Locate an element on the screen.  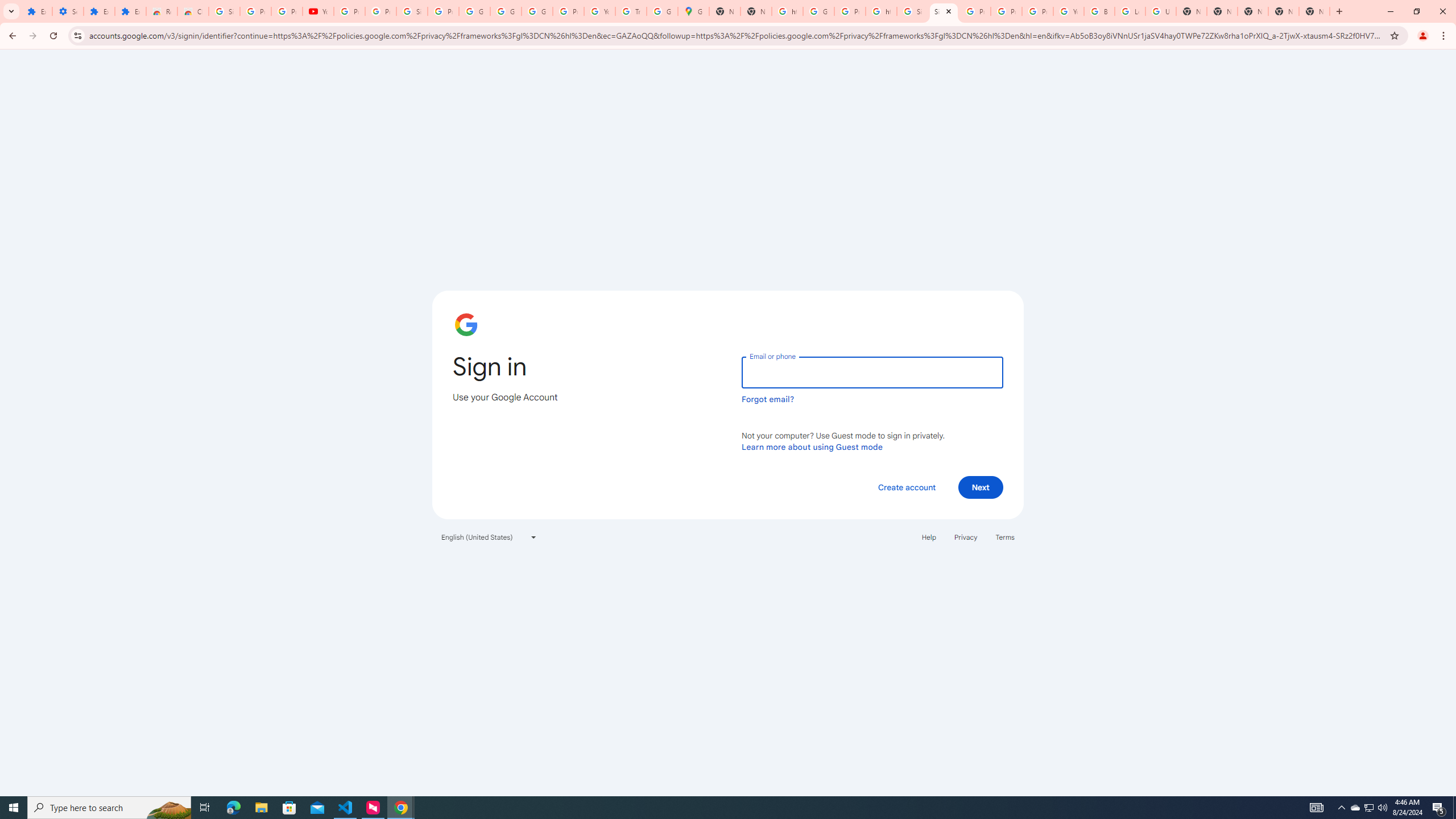
'New Tab' is located at coordinates (1252, 11).